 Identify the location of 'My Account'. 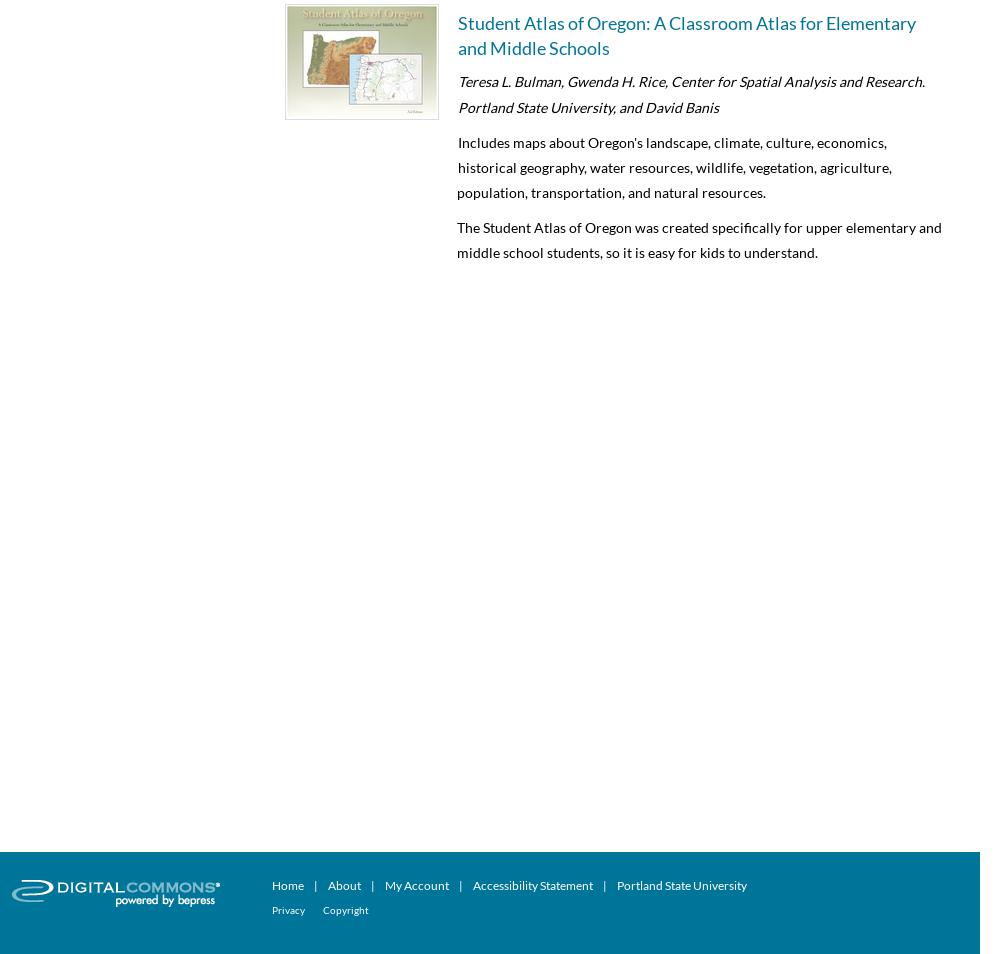
(383, 884).